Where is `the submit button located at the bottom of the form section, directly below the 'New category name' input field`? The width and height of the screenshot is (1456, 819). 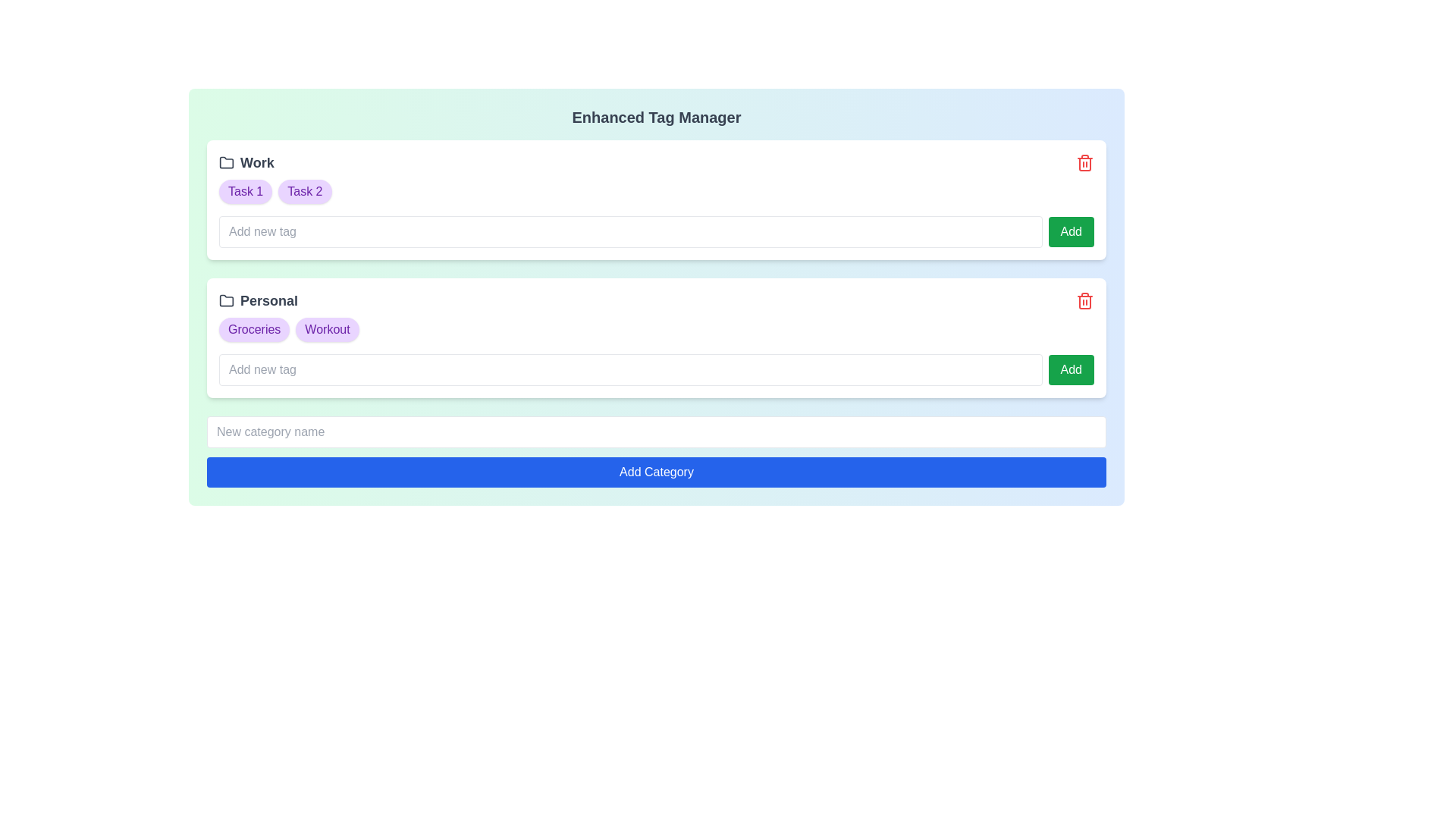 the submit button located at the bottom of the form section, directly below the 'New category name' input field is located at coordinates (656, 472).